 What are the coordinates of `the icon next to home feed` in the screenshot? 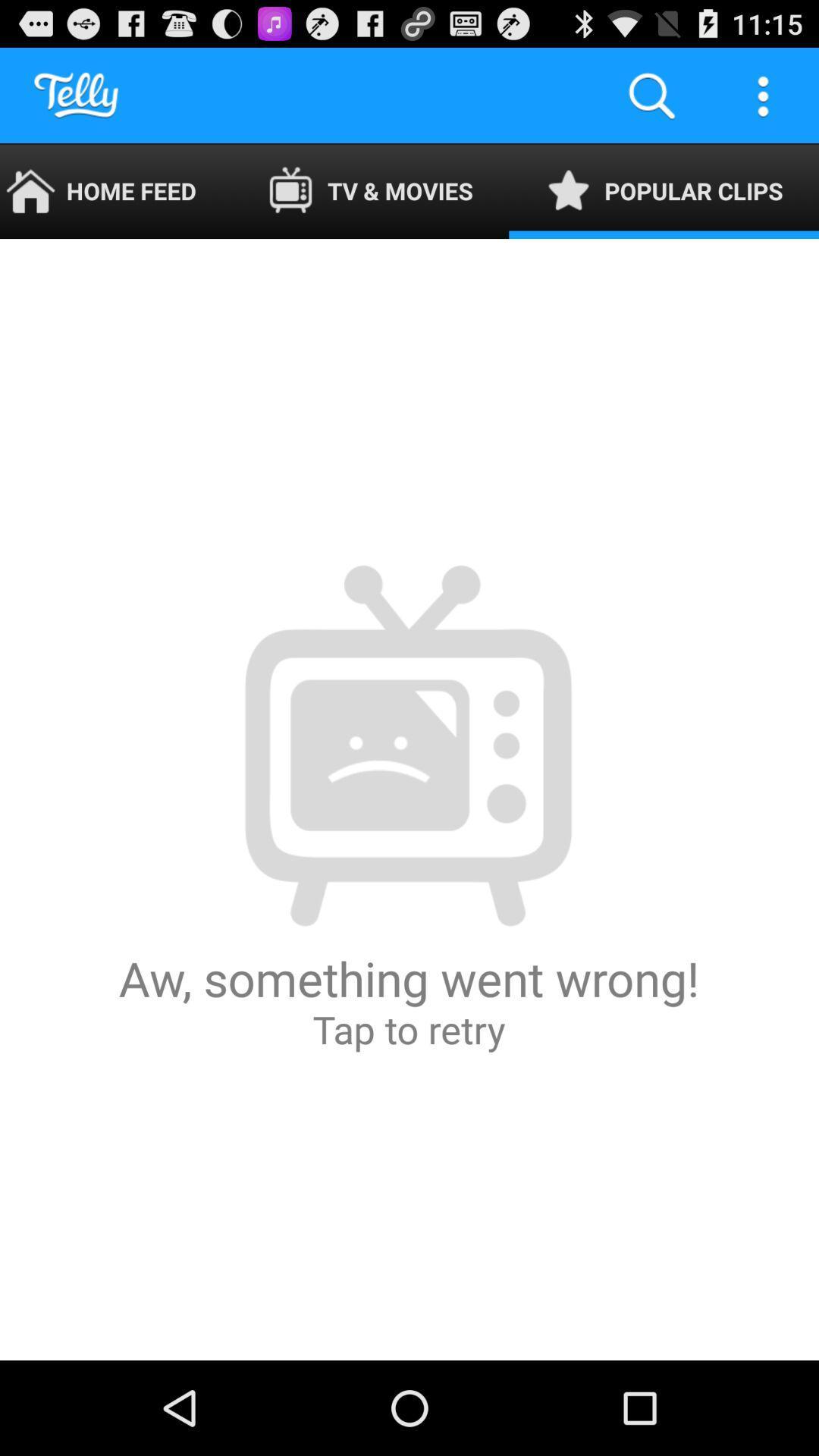 It's located at (370, 190).